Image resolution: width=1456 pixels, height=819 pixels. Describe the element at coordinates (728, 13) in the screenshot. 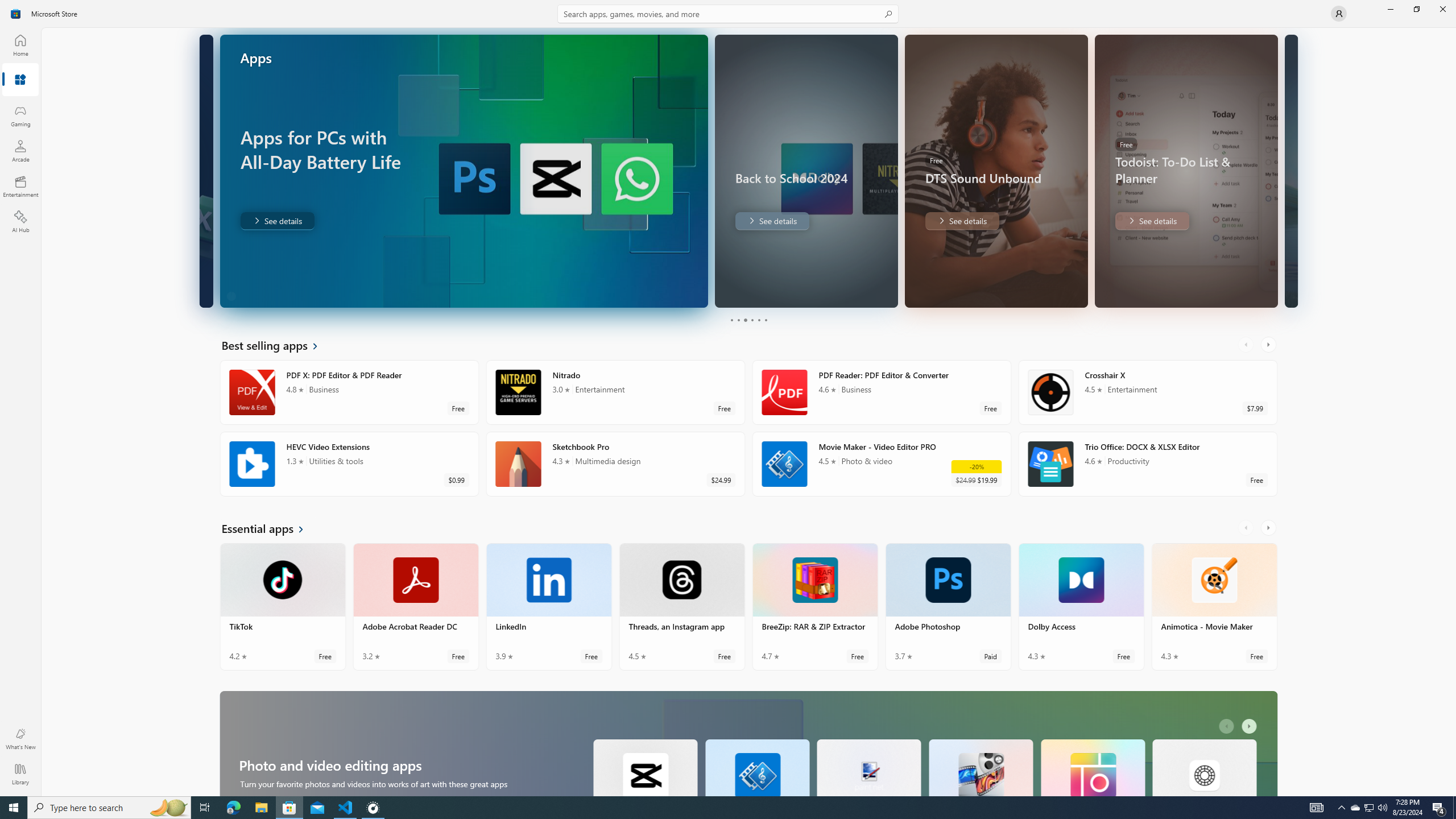

I see `'Search'` at that location.